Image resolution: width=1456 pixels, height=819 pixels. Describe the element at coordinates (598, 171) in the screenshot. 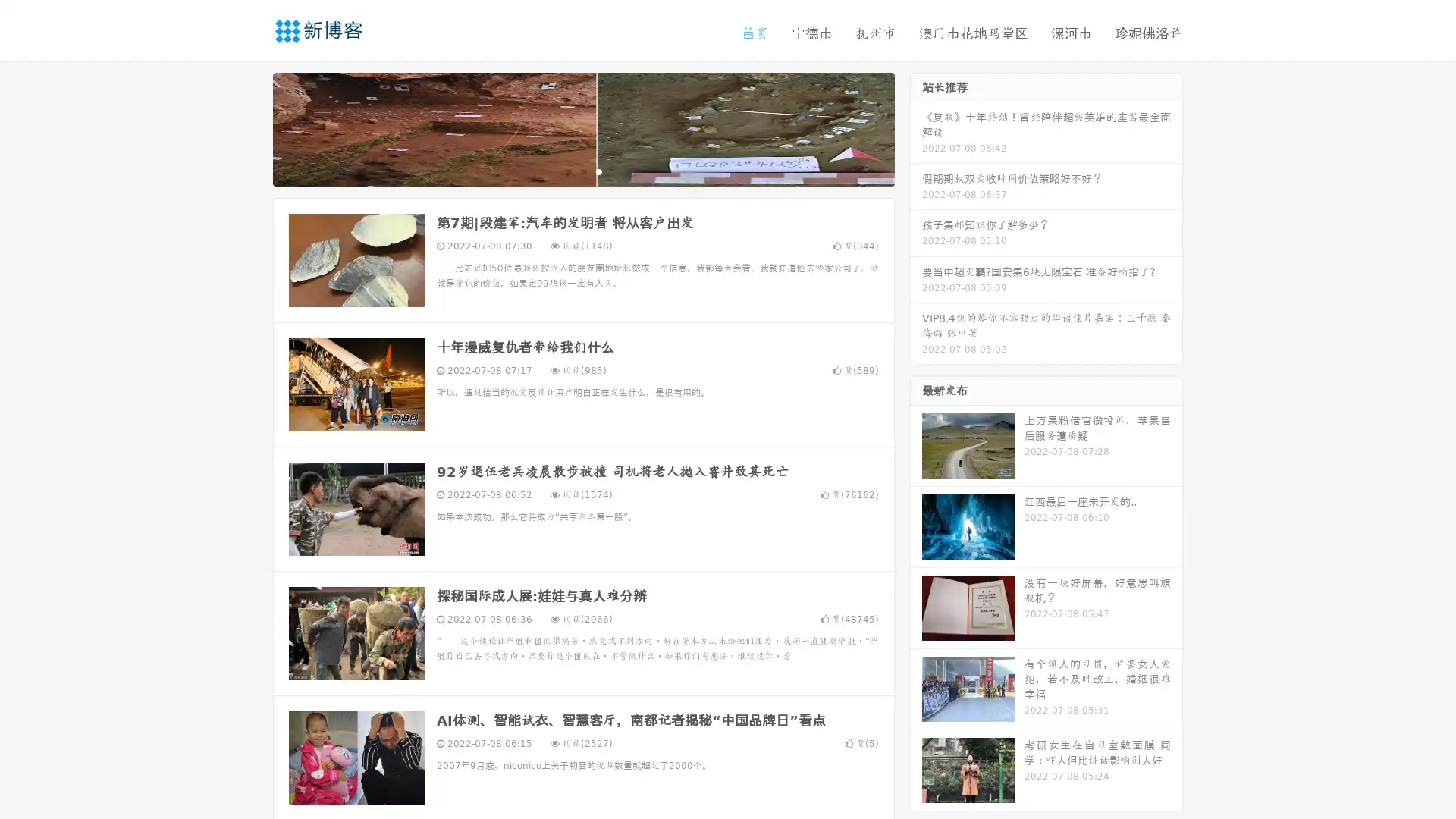

I see `Go to slide 3` at that location.